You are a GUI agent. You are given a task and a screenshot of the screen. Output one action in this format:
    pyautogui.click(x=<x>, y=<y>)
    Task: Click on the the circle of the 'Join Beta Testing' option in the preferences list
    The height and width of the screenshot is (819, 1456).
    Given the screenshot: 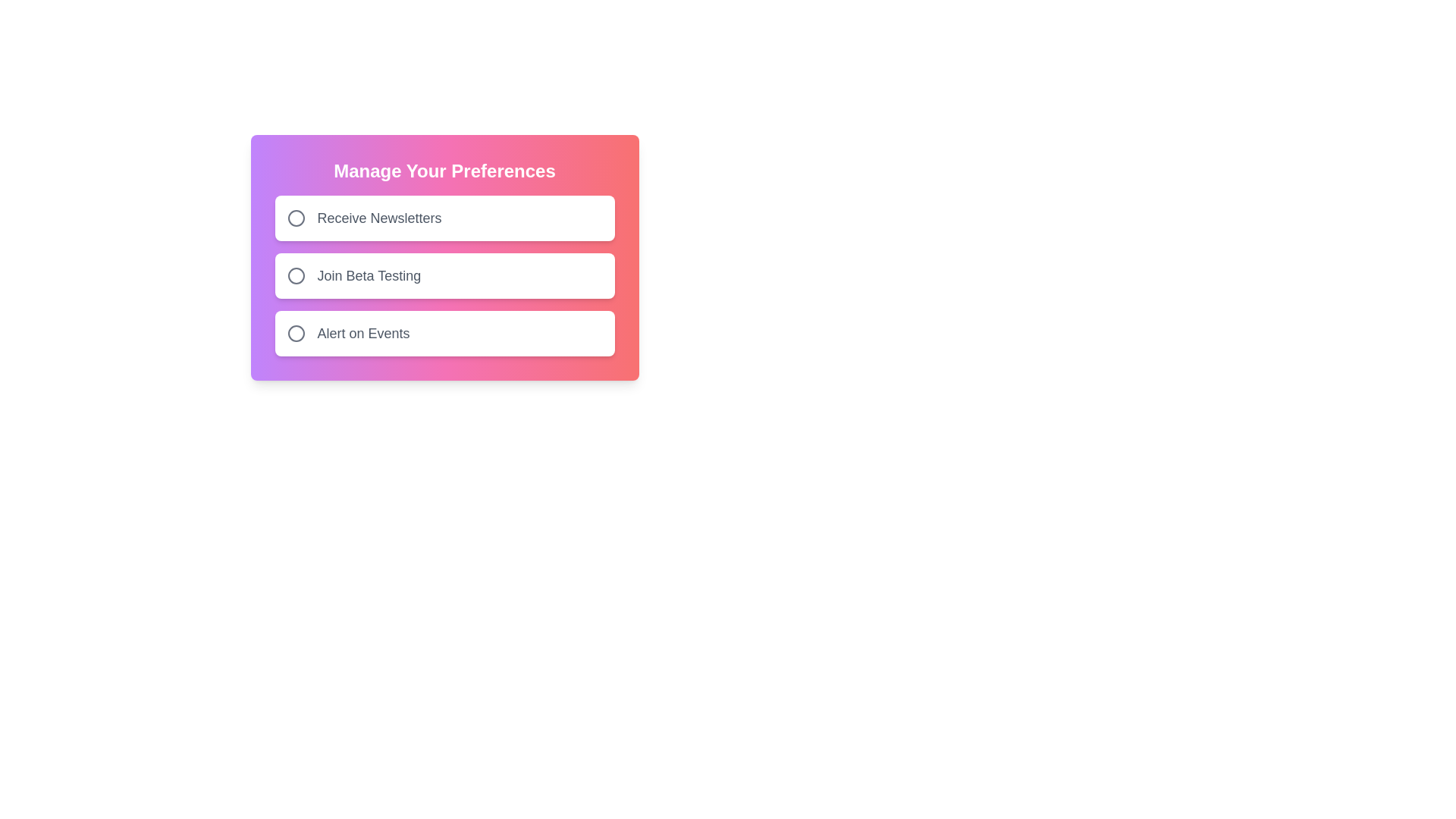 What is the action you would take?
    pyautogui.click(x=444, y=275)
    